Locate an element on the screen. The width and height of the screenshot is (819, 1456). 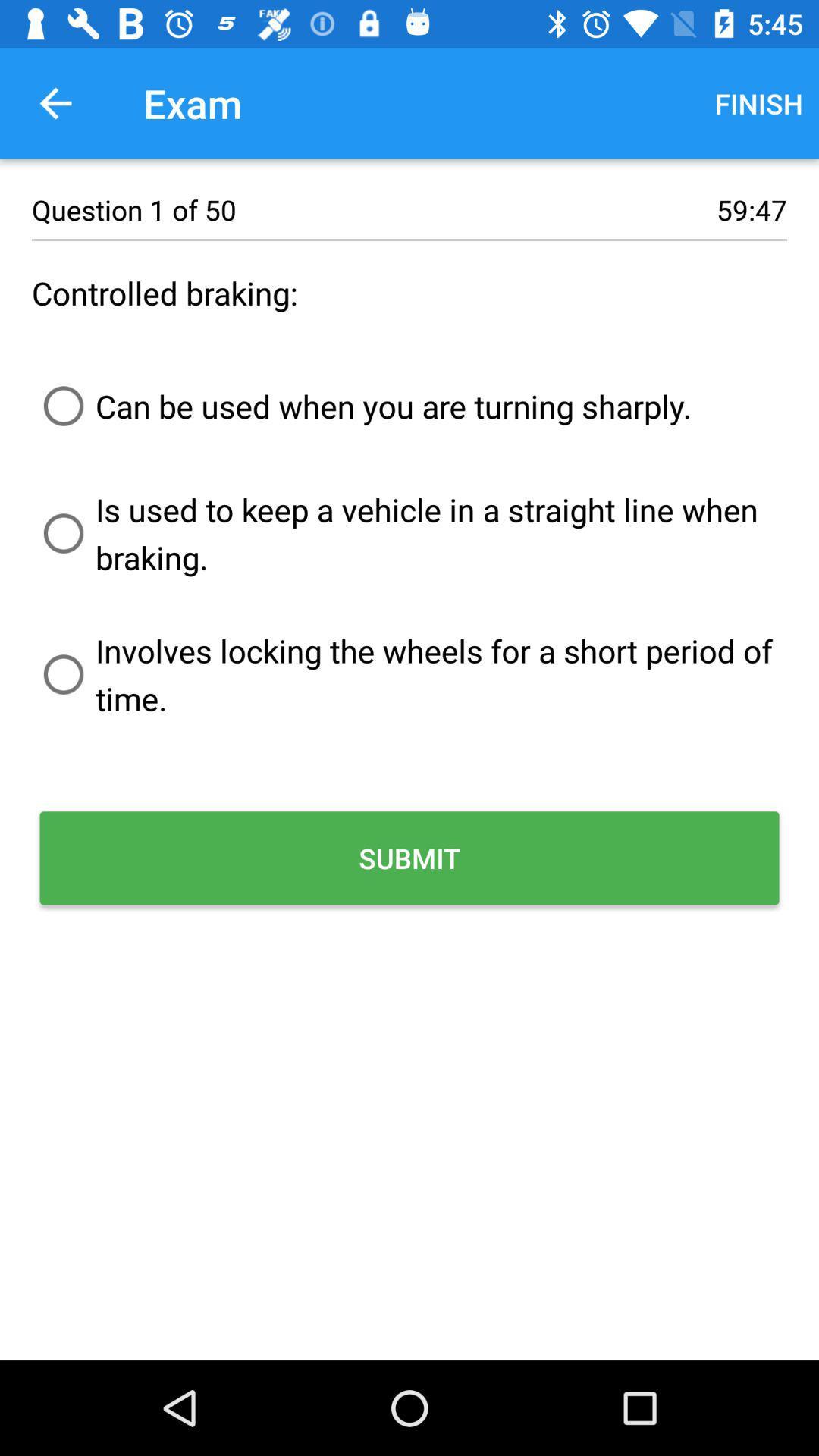
the icon below the controlled braking: icon is located at coordinates (362, 406).